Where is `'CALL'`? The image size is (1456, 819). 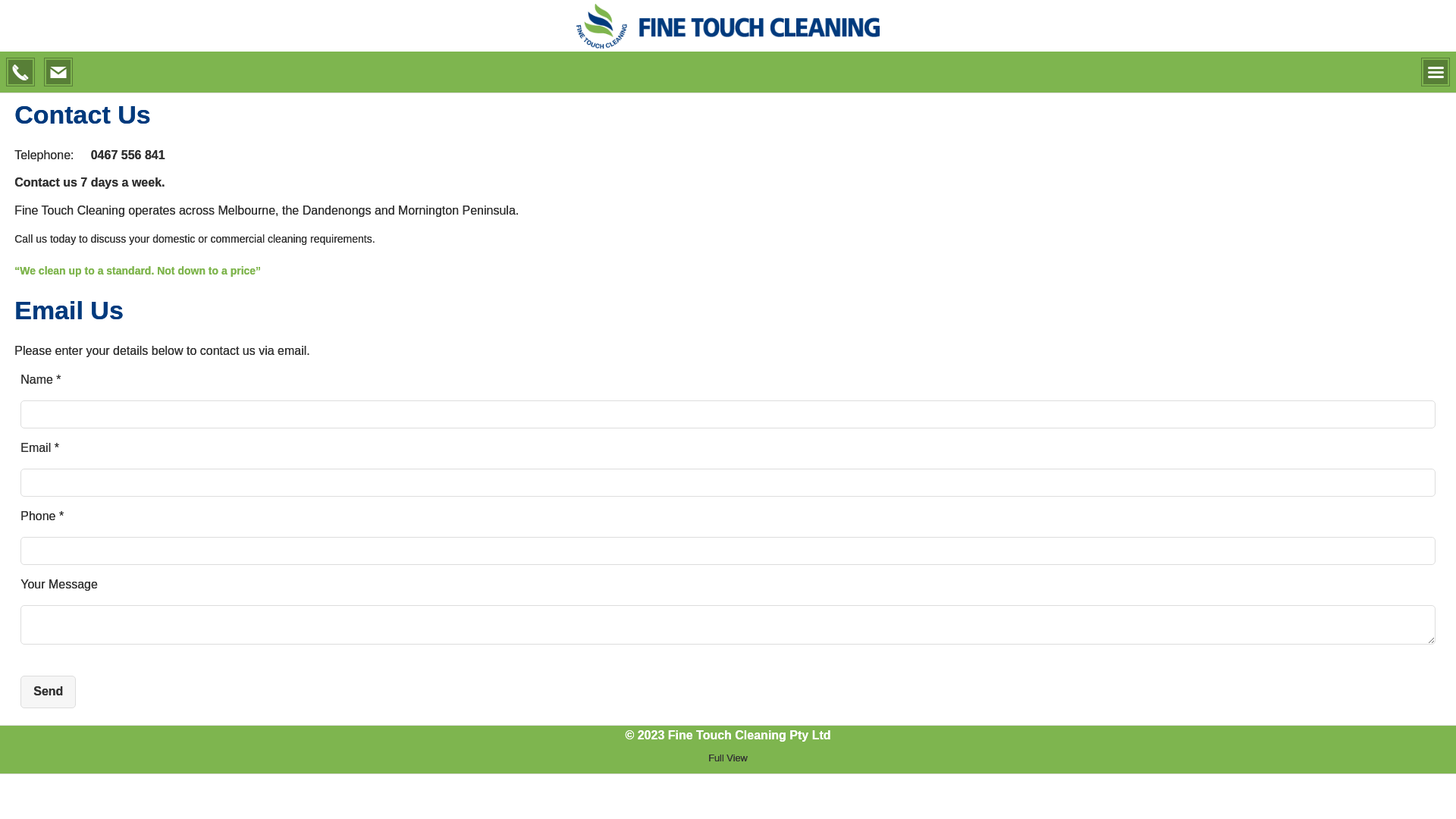
'CALL' is located at coordinates (6, 72).